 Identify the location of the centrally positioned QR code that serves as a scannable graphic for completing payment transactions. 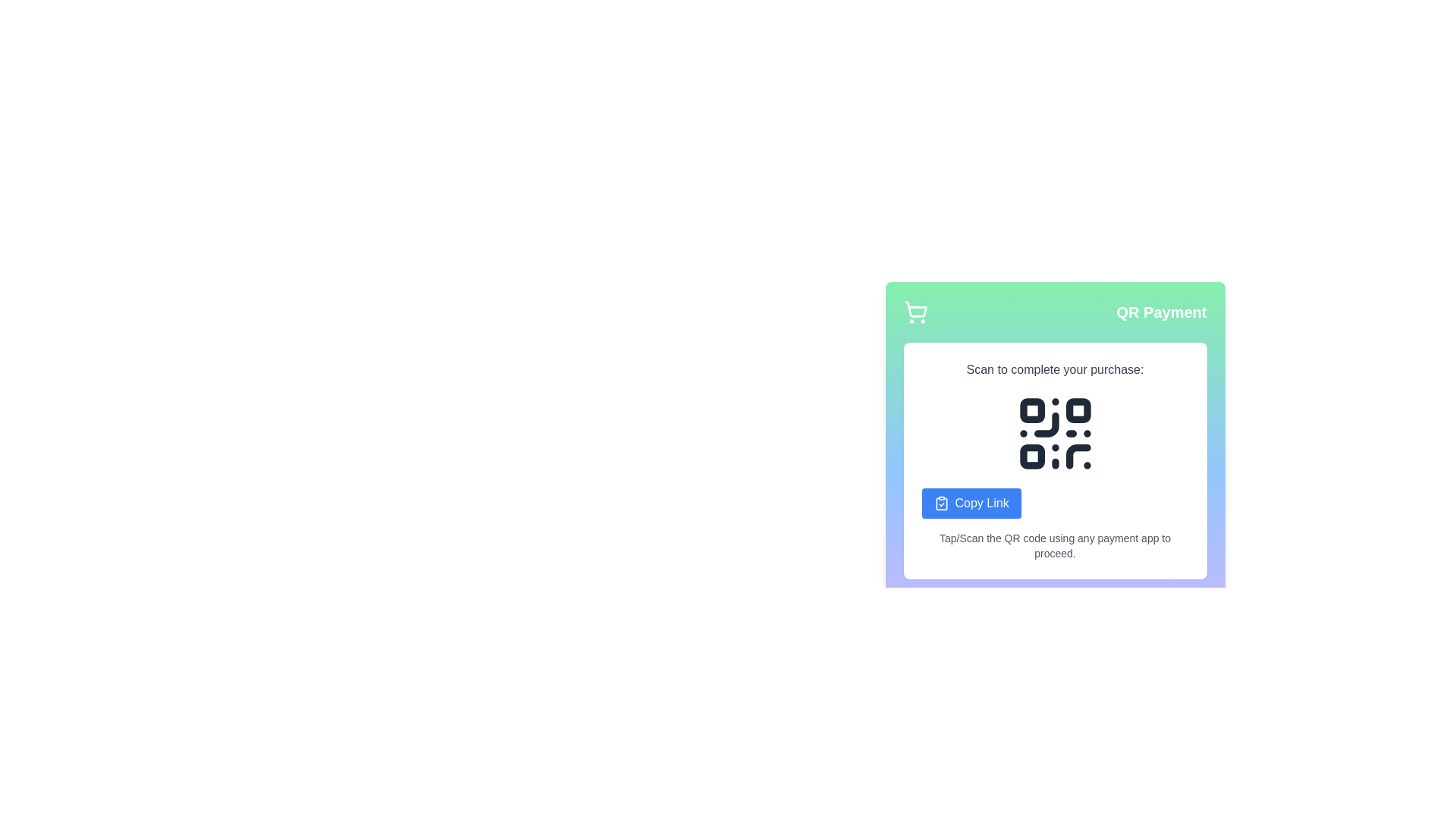
(1054, 433).